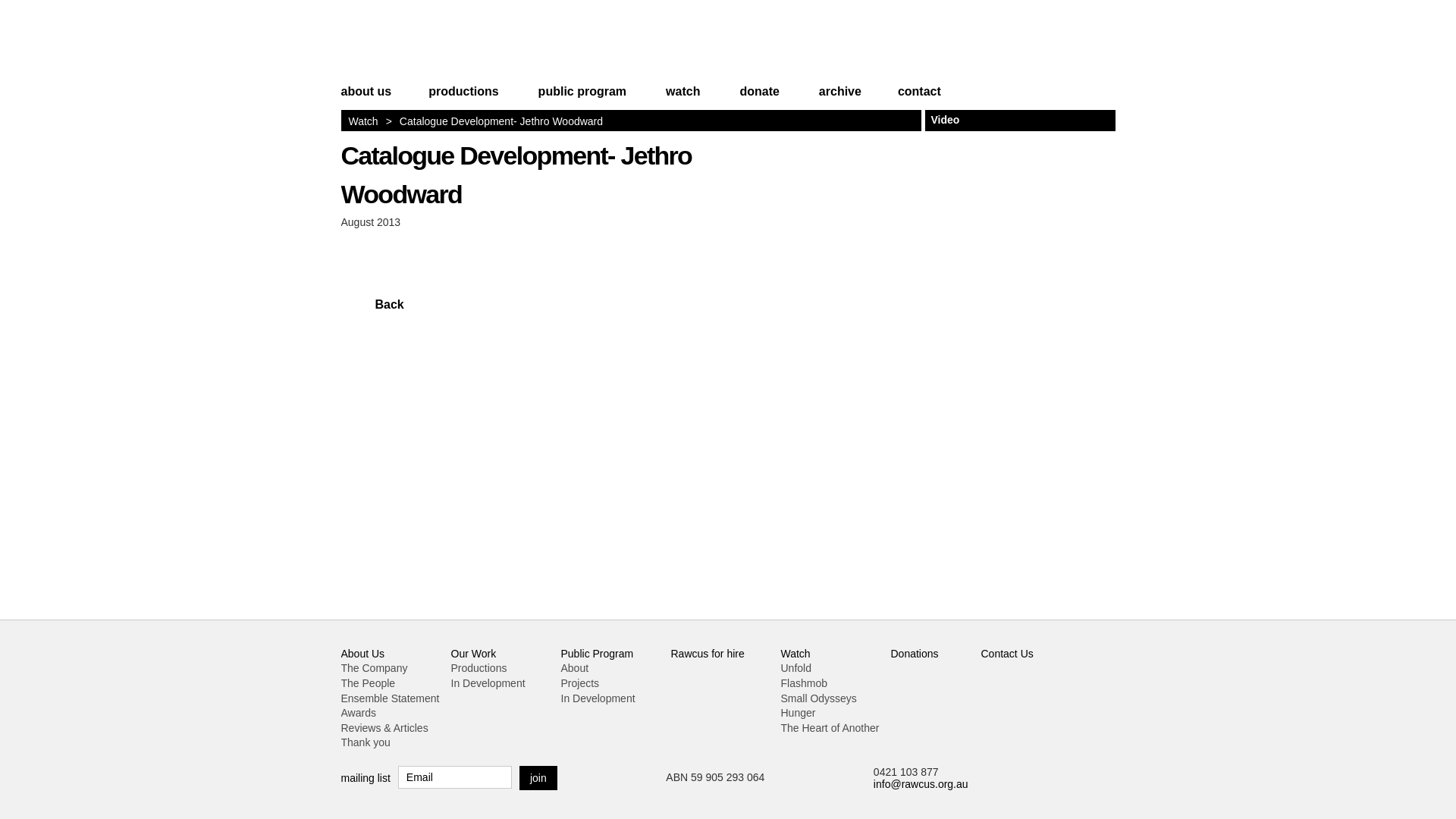 This screenshot has height=819, width=1456. What do you see at coordinates (362, 652) in the screenshot?
I see `'About Us'` at bounding box center [362, 652].